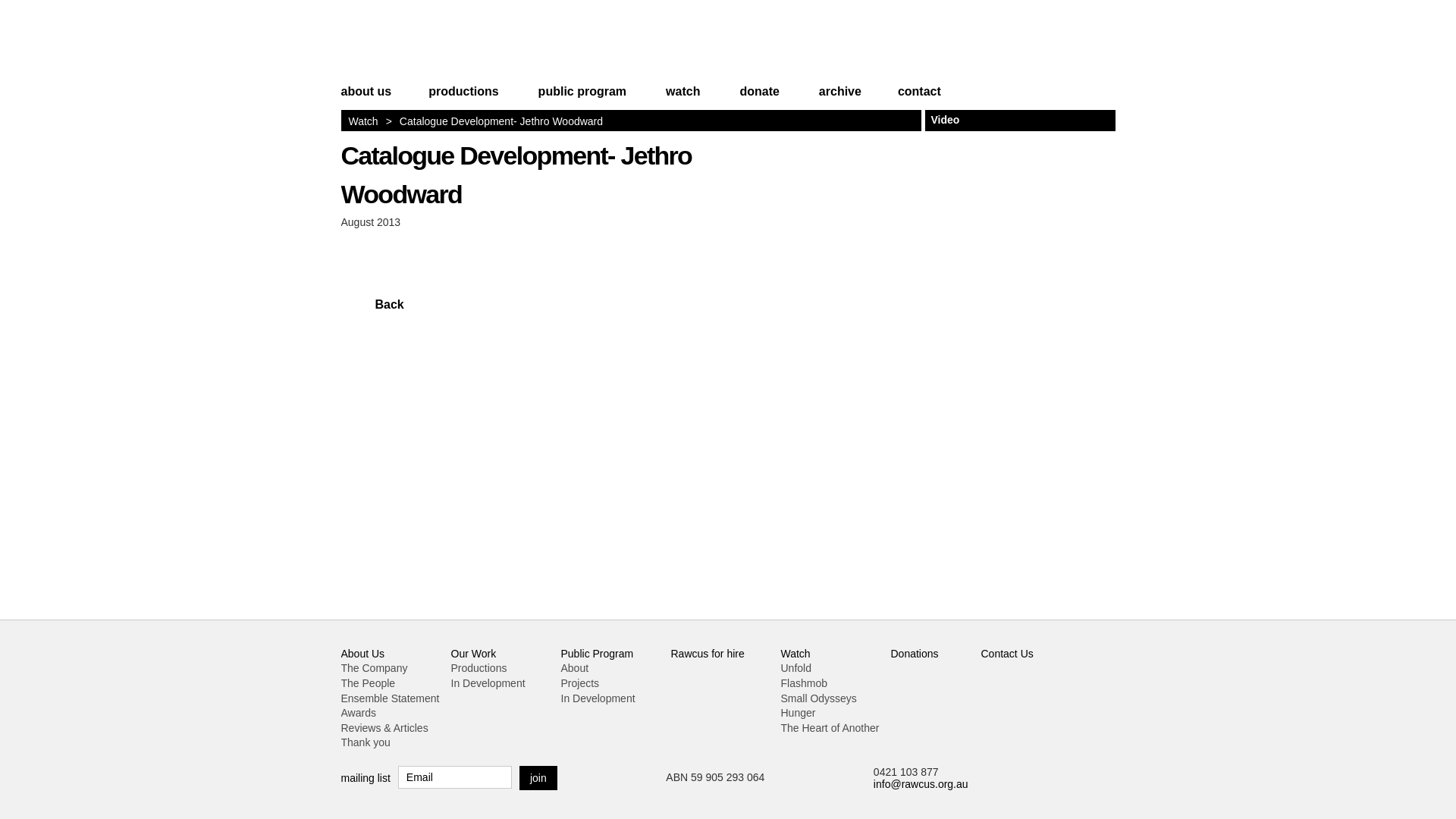 This screenshot has height=819, width=1456. What do you see at coordinates (362, 652) in the screenshot?
I see `'About Us'` at bounding box center [362, 652].